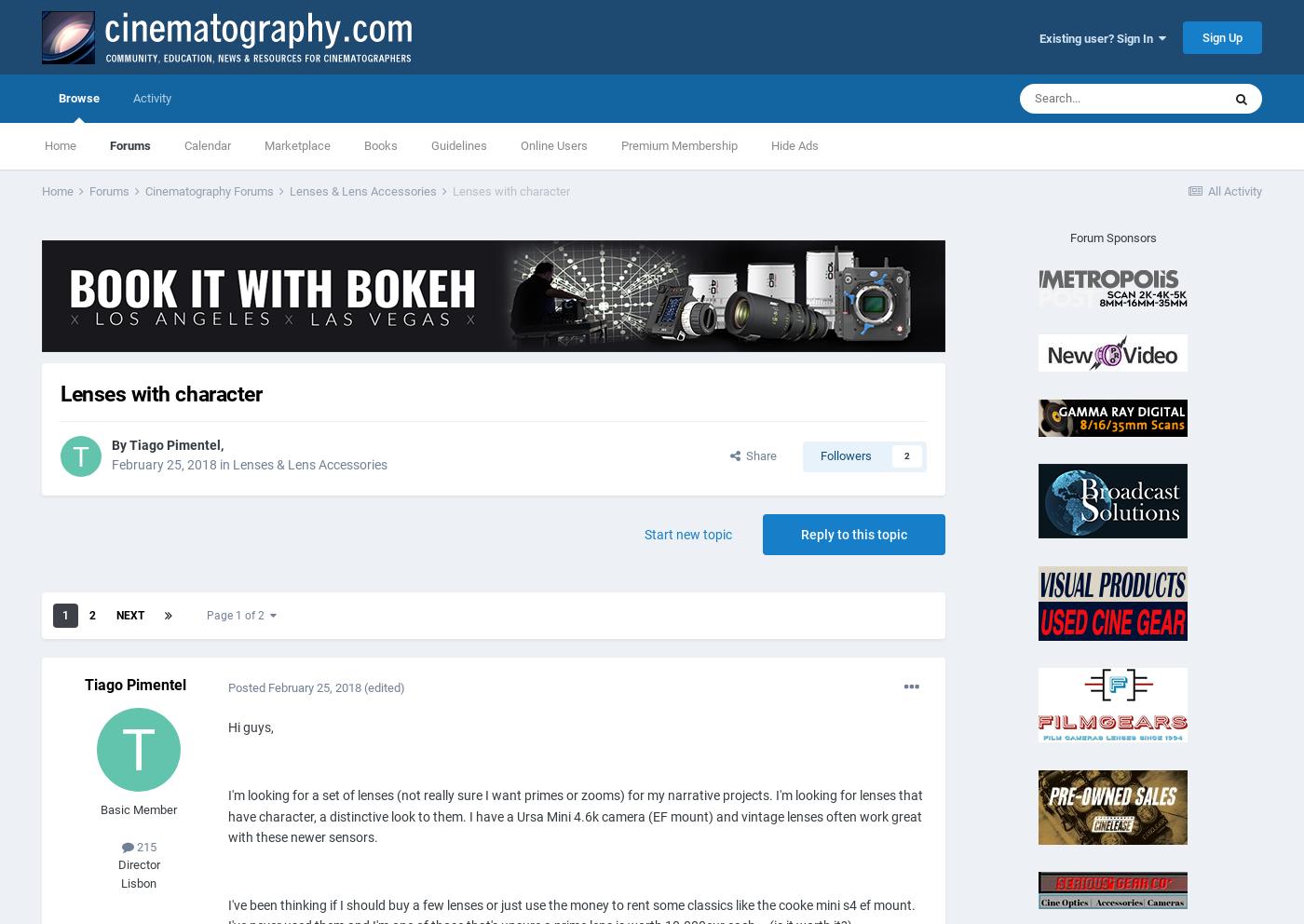 This screenshot has width=1304, height=924. What do you see at coordinates (78, 97) in the screenshot?
I see `'Browse'` at bounding box center [78, 97].